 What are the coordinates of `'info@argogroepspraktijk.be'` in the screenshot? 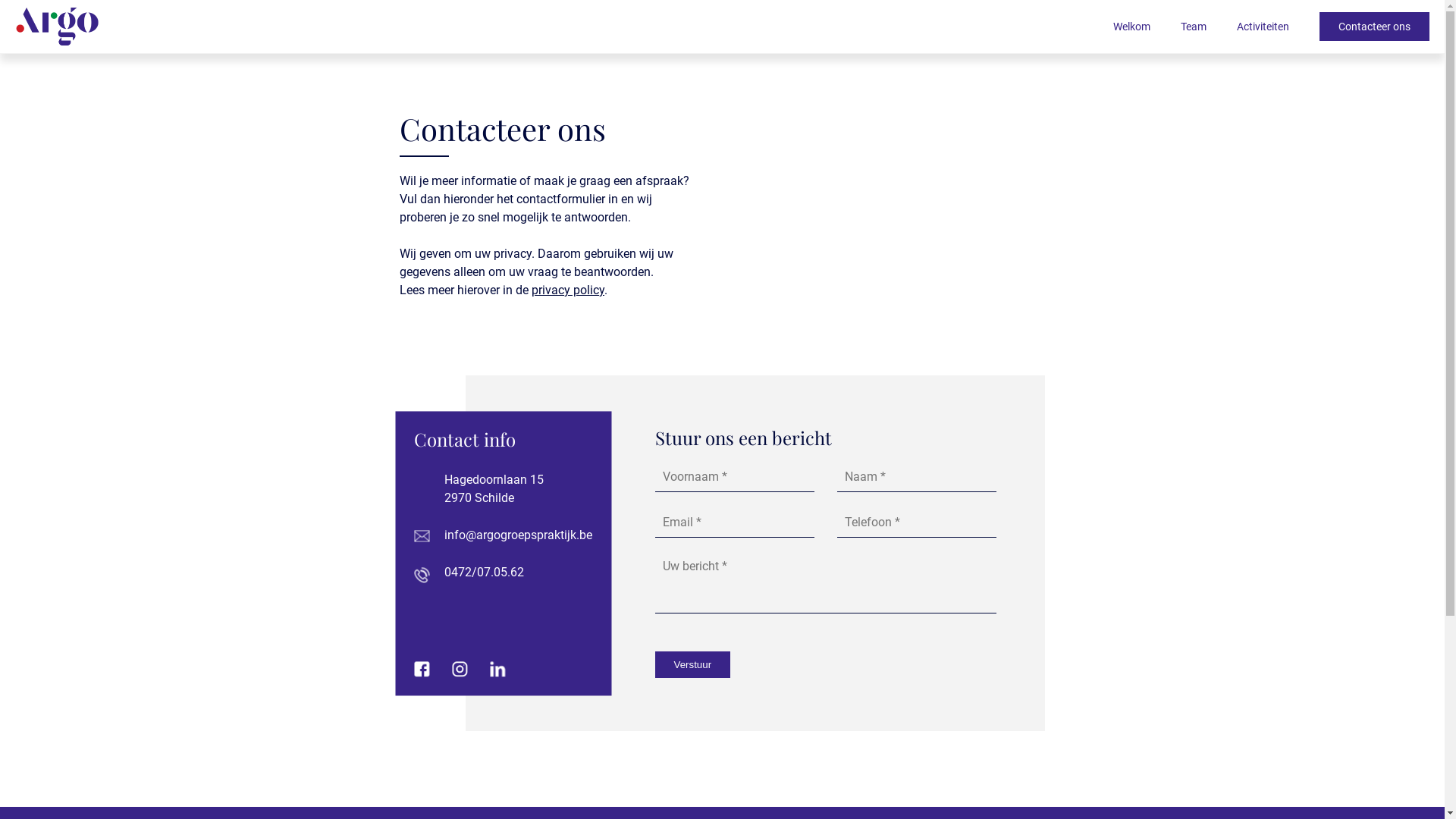 It's located at (443, 534).